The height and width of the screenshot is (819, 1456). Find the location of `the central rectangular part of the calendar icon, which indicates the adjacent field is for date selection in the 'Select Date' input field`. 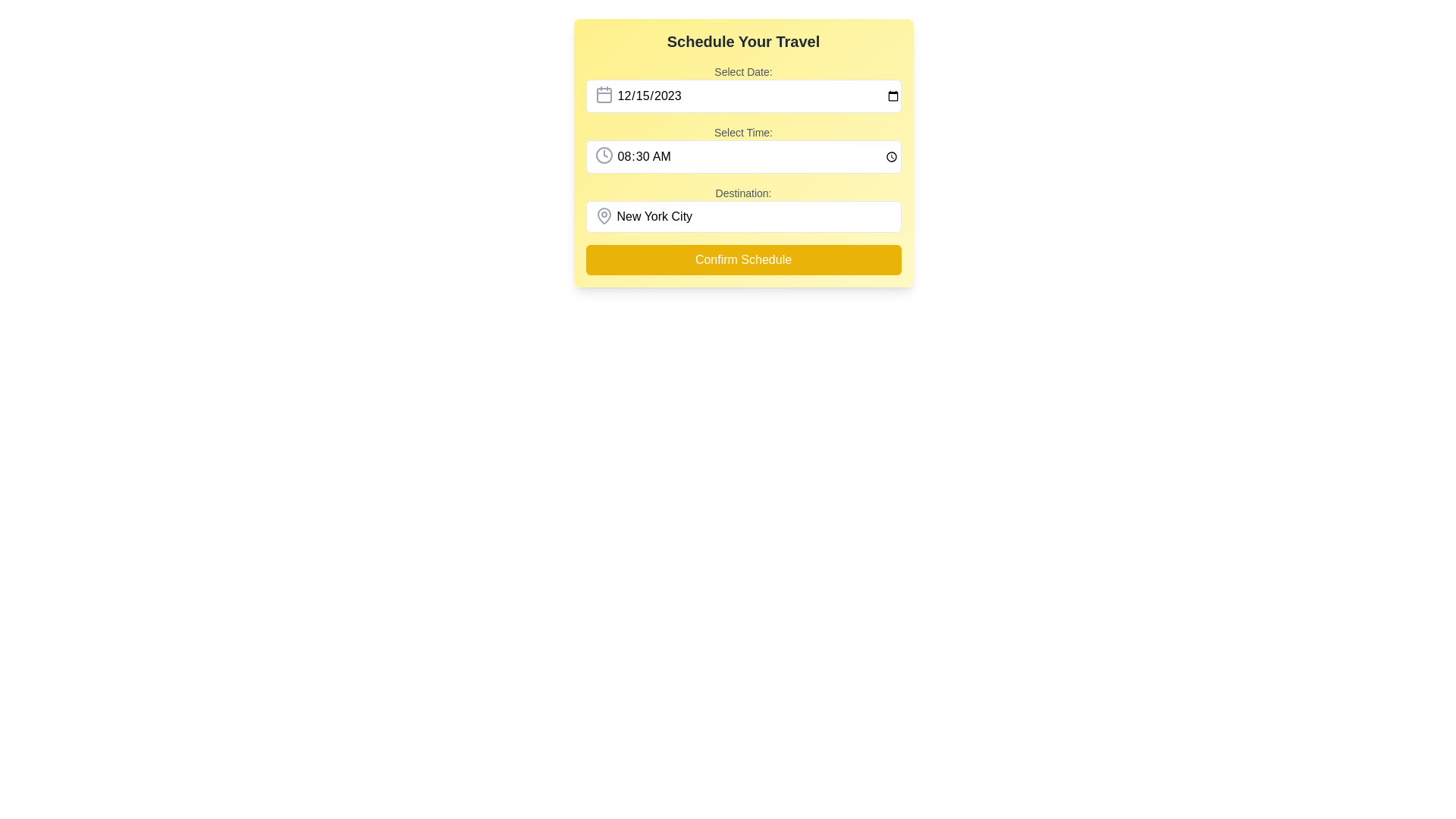

the central rectangular part of the calendar icon, which indicates the adjacent field is for date selection in the 'Select Date' input field is located at coordinates (603, 96).